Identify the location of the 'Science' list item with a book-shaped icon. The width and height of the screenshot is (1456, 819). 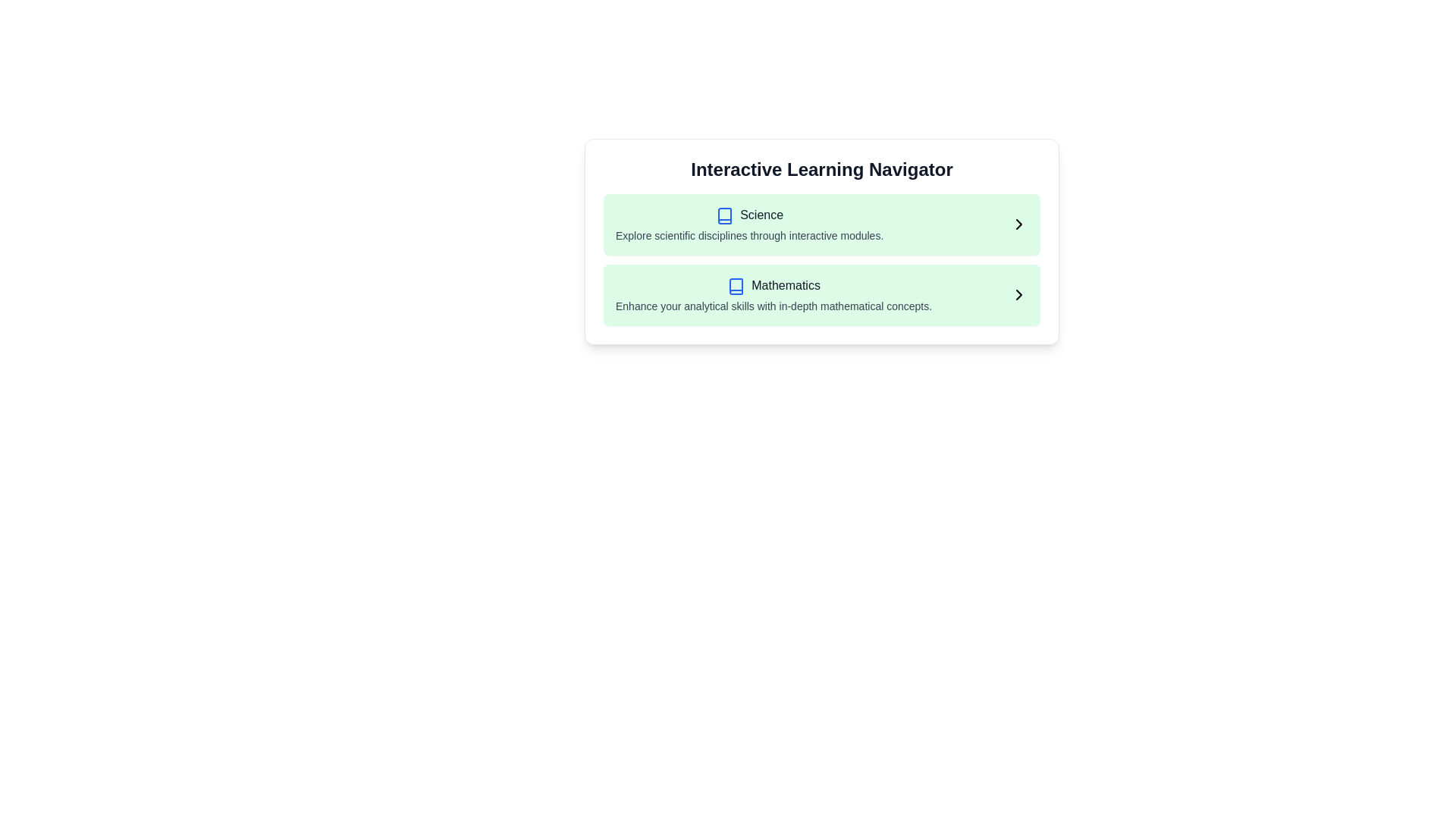
(749, 224).